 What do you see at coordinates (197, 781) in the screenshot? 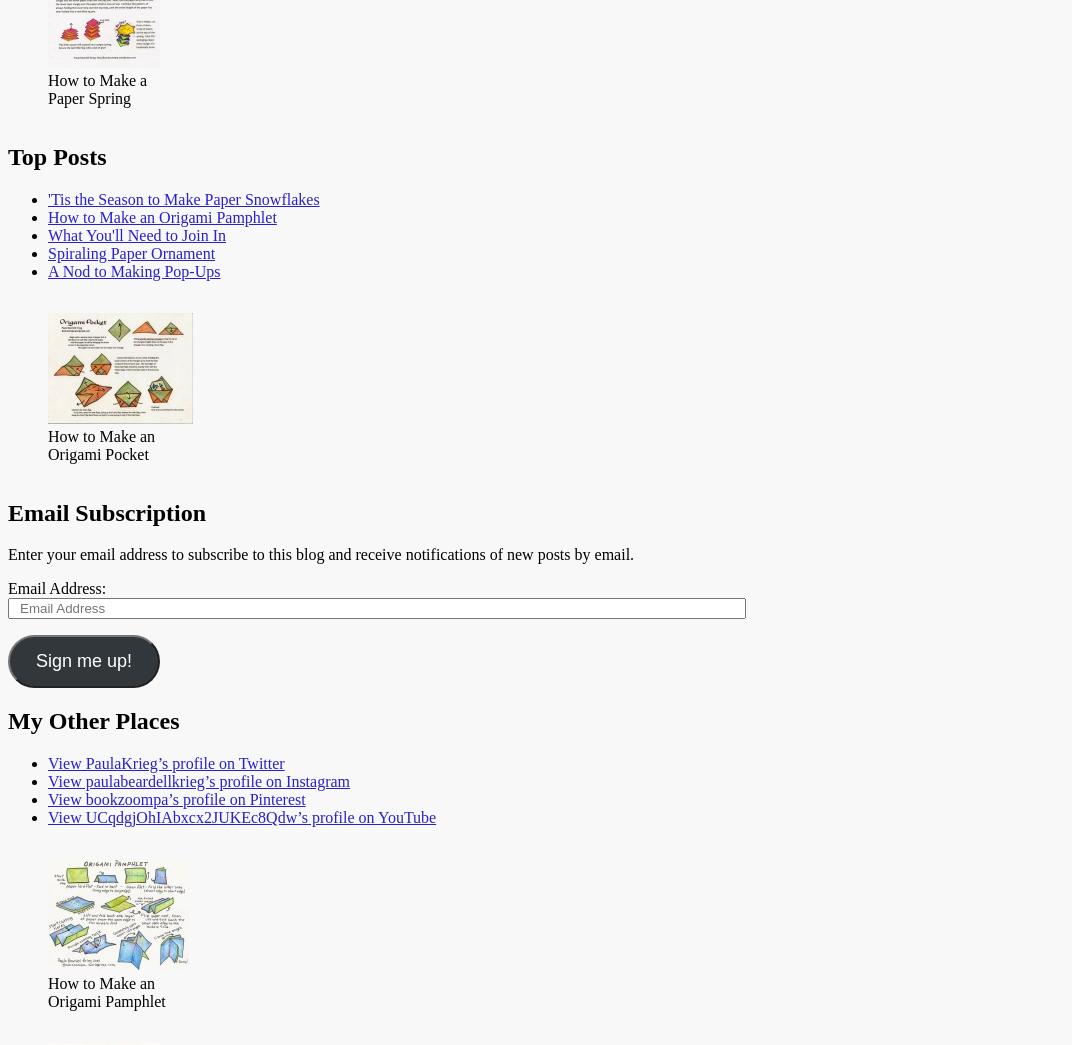
I see `'View paulabeardellkrieg’s profile on Instagram'` at bounding box center [197, 781].